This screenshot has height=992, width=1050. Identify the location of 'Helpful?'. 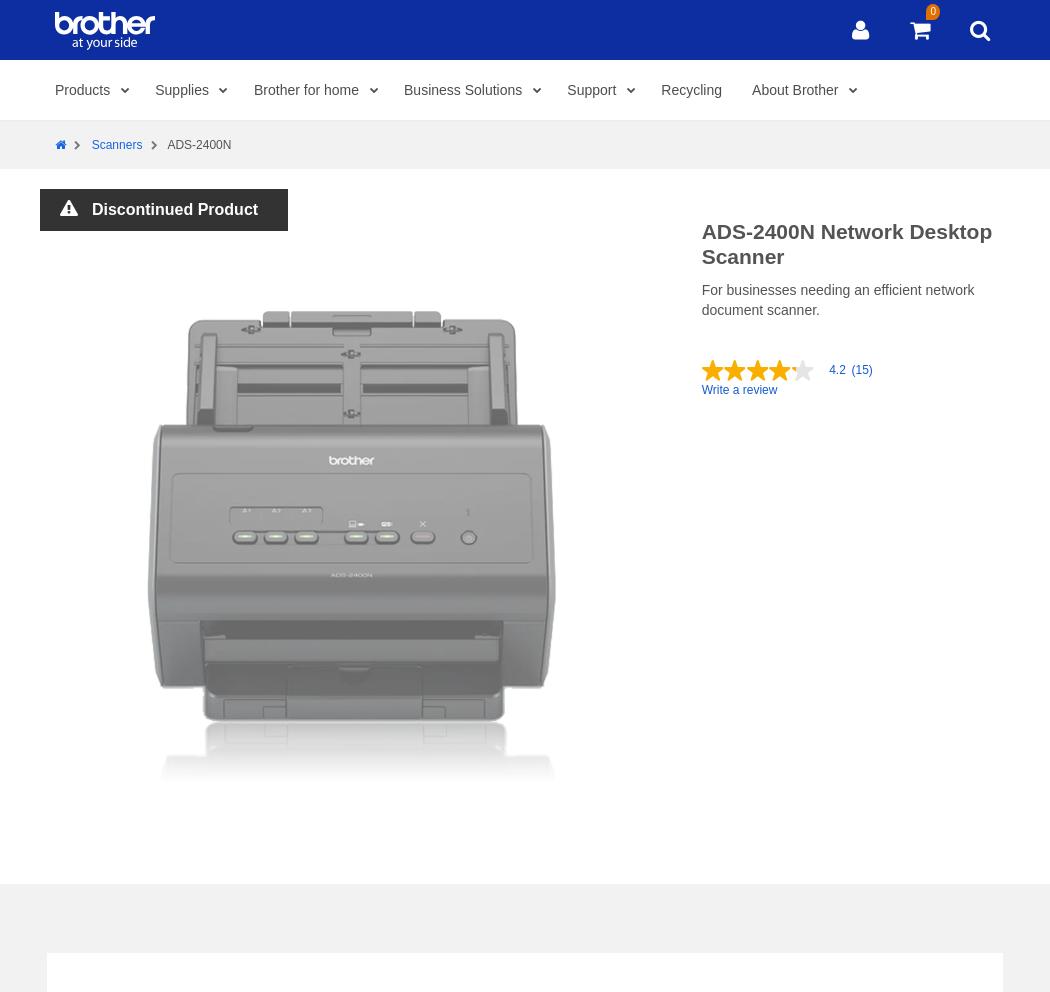
(347, 841).